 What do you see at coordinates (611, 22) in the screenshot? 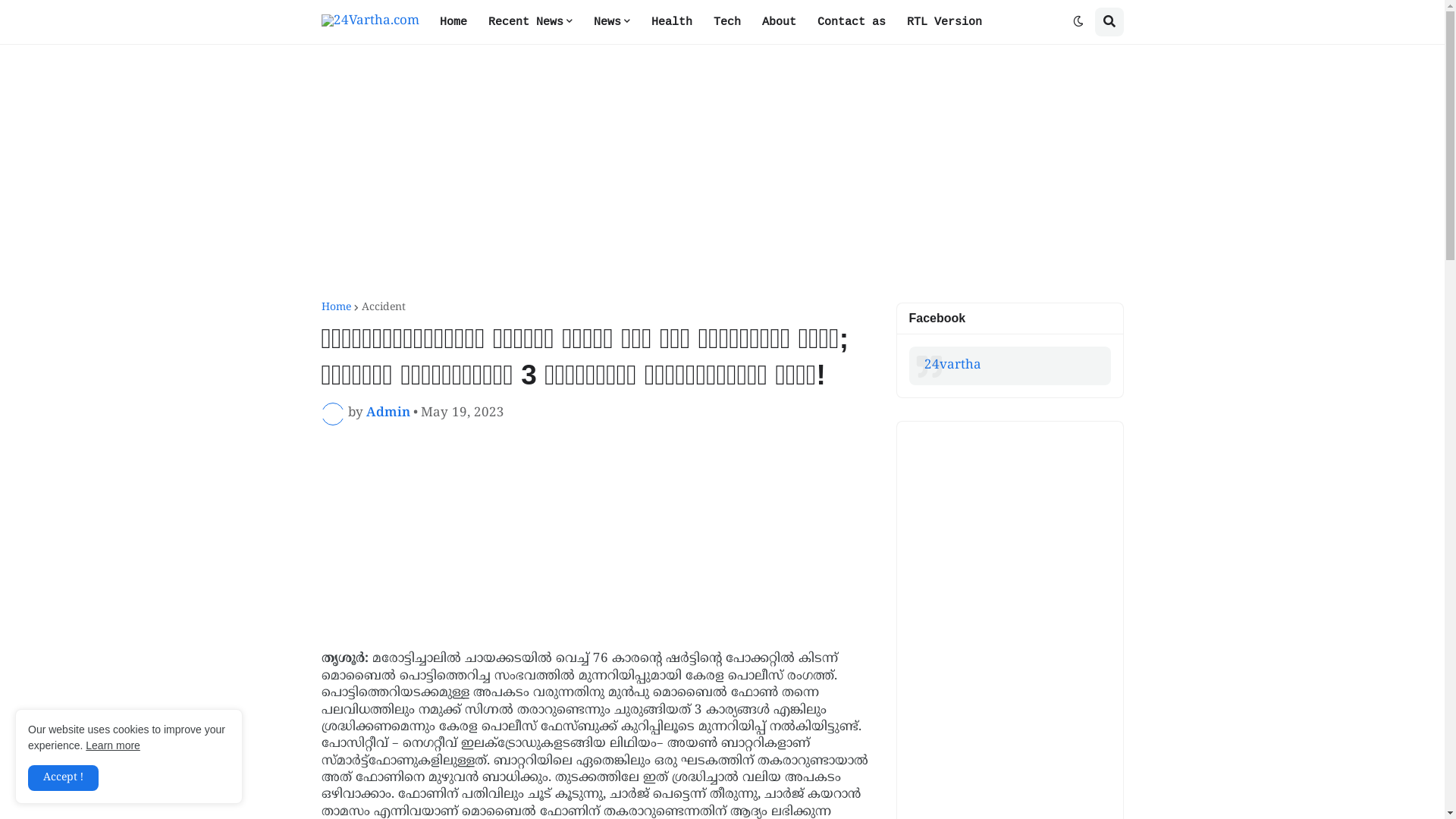
I see `'News'` at bounding box center [611, 22].